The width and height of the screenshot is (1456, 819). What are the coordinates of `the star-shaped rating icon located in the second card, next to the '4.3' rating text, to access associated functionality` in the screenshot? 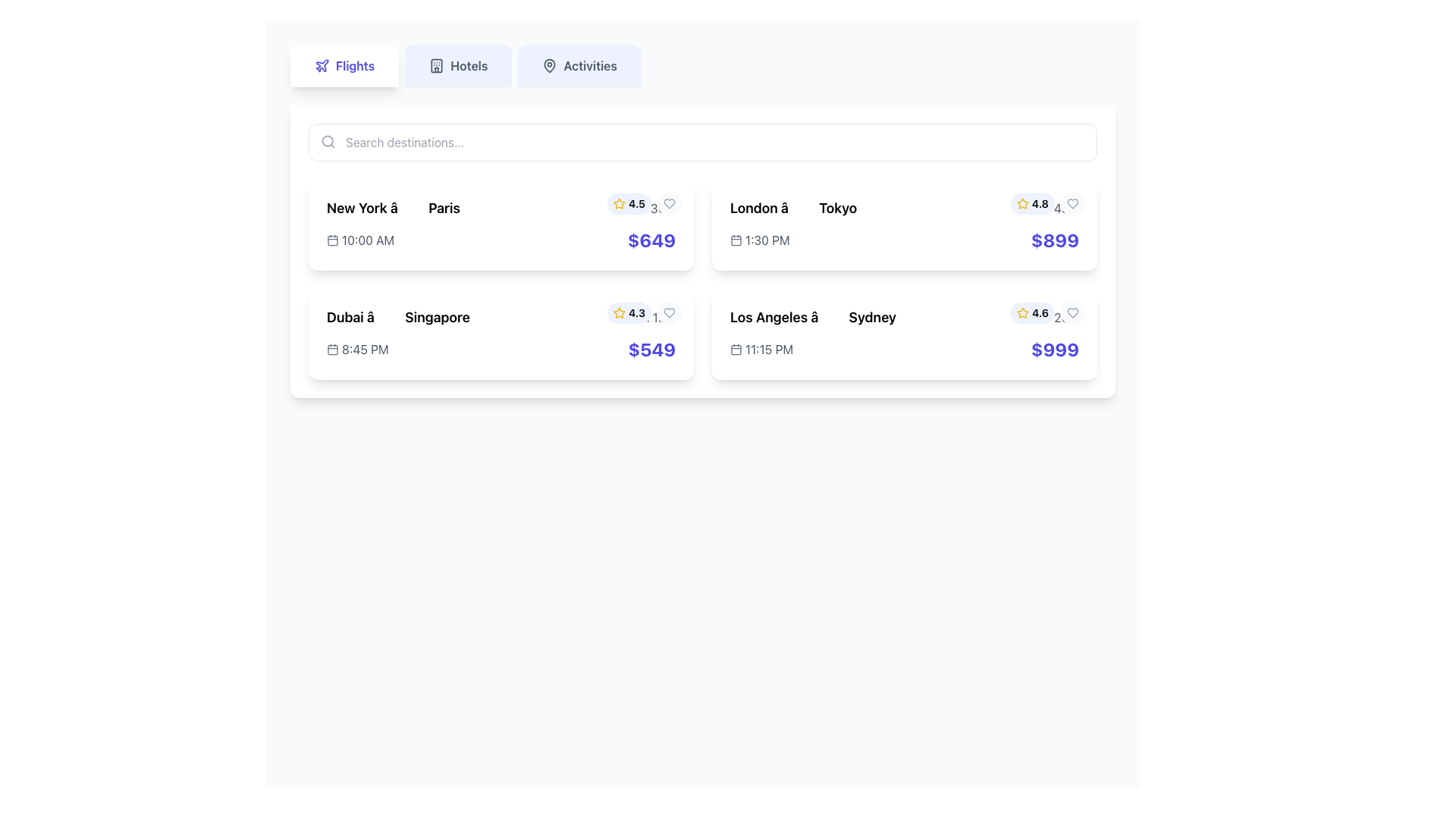 It's located at (620, 202).